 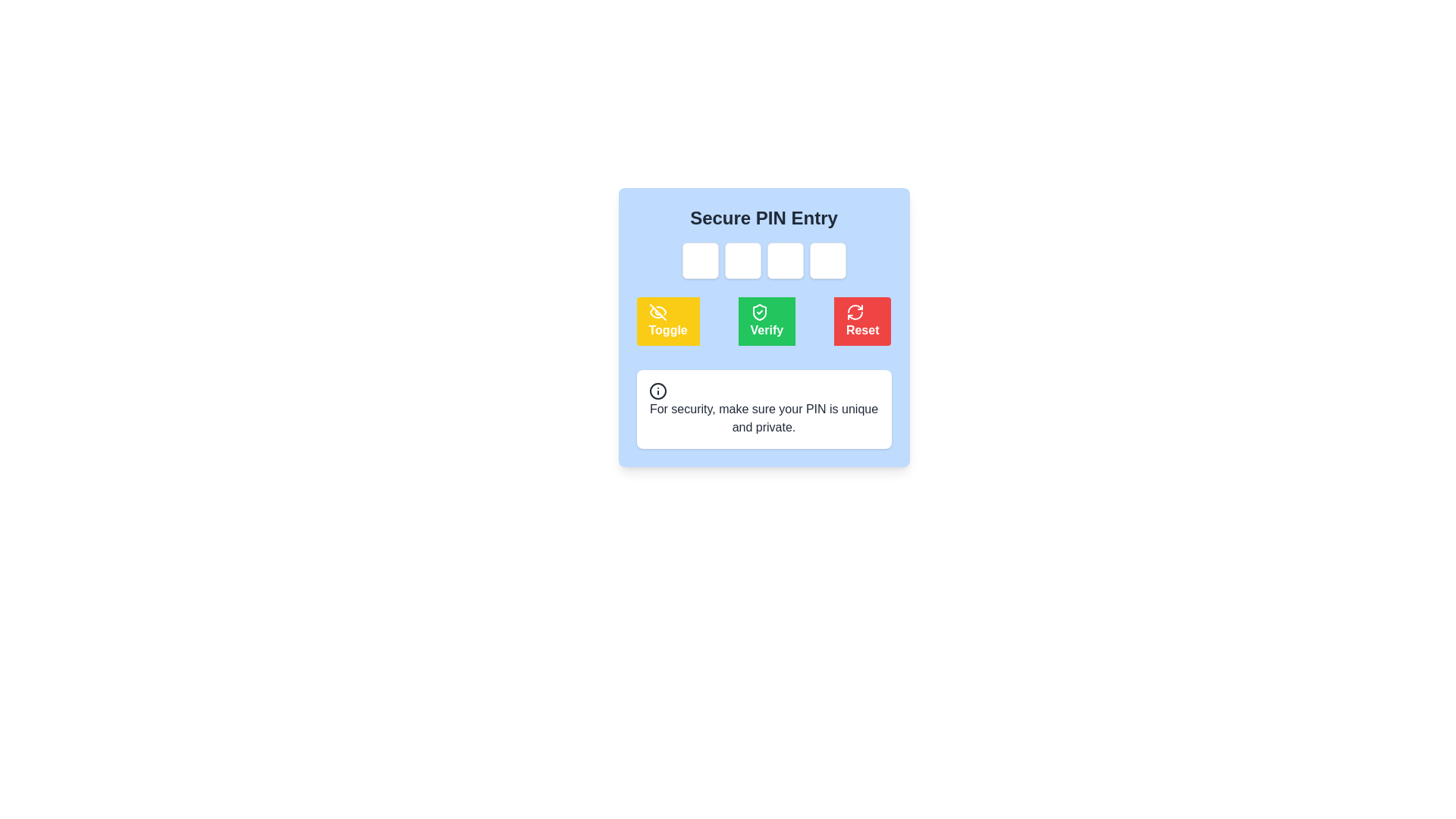 What do you see at coordinates (764, 327) in the screenshot?
I see `the 'Reset' button, which is colored red and located at the bottom of the 'Secure PIN Entry' card layout` at bounding box center [764, 327].